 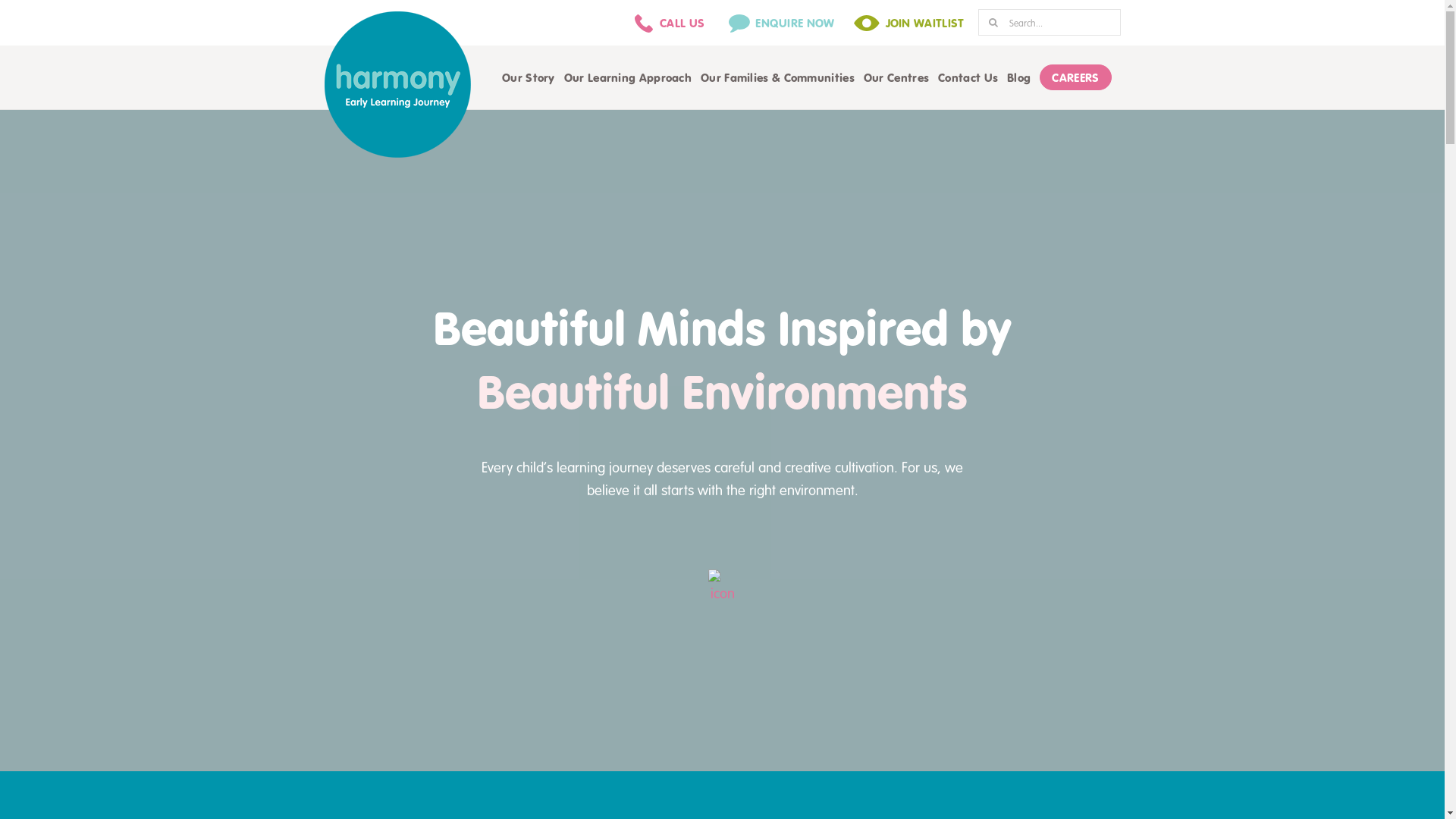 I want to click on 'Our Families & Communities', so click(x=777, y=77).